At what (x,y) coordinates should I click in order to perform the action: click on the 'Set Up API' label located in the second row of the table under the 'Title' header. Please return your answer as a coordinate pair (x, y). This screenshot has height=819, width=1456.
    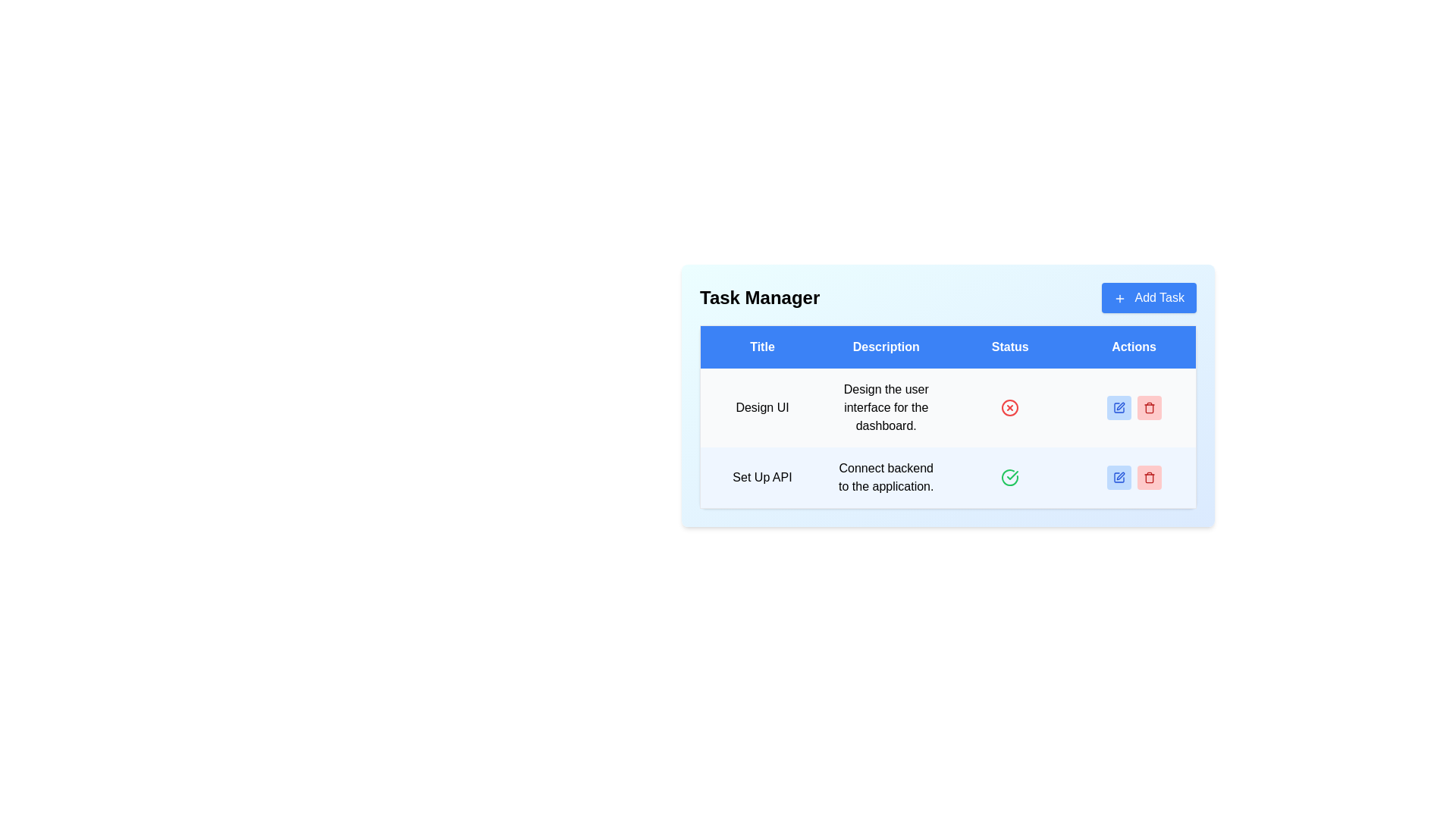
    Looking at the image, I should click on (762, 478).